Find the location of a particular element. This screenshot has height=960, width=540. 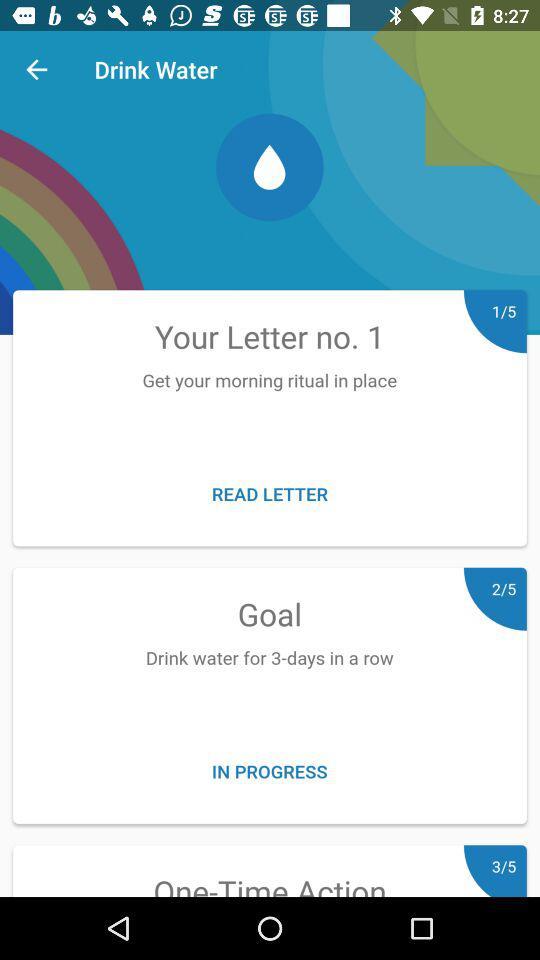

the item next to drink water item is located at coordinates (36, 69).